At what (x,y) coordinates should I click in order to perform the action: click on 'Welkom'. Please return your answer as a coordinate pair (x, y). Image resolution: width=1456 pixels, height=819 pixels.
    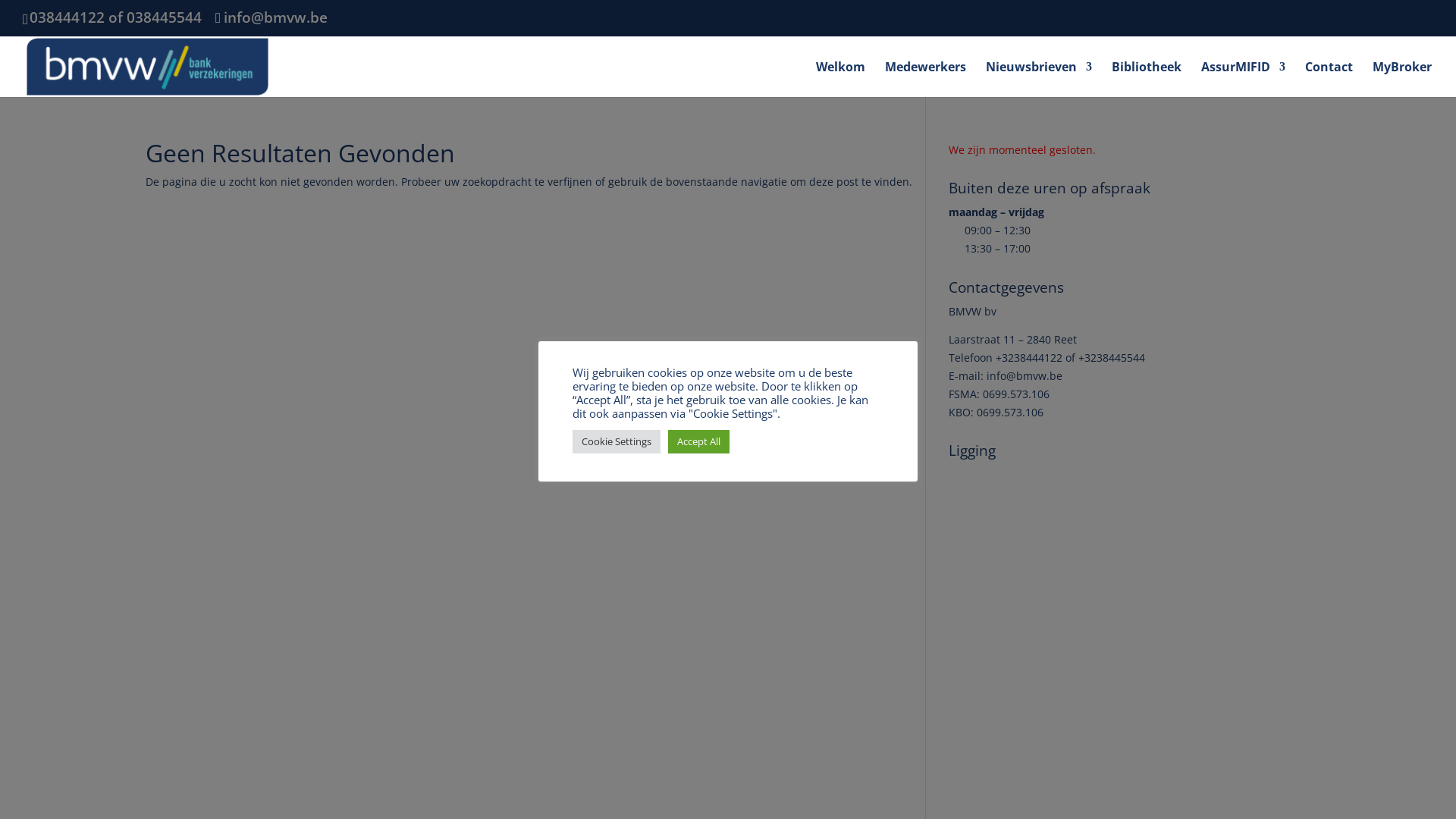
    Looking at the image, I should click on (839, 78).